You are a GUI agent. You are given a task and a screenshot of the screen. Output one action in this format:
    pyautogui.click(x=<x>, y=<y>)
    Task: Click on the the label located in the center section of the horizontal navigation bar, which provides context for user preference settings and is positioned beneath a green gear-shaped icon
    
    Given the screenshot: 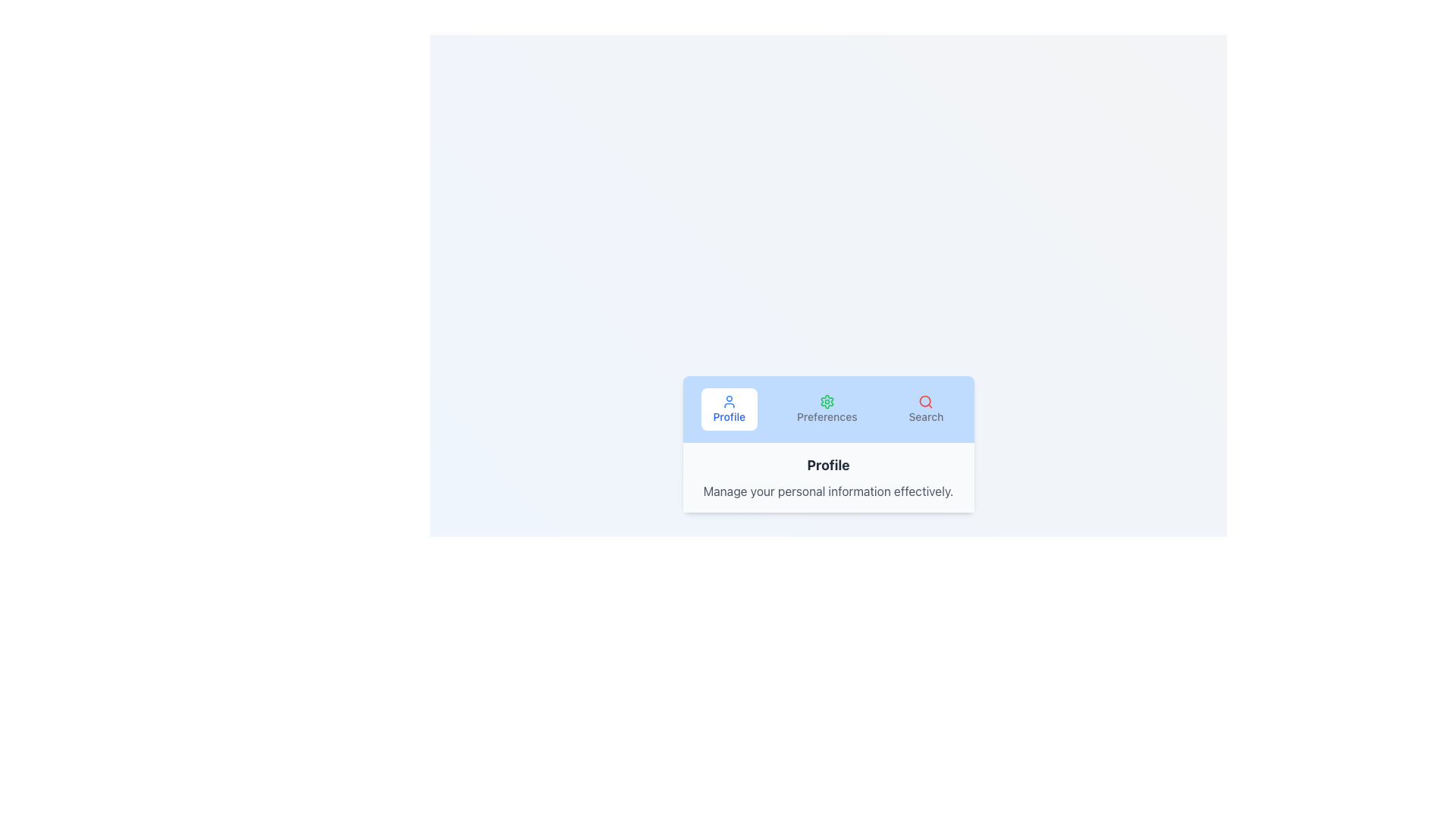 What is the action you would take?
    pyautogui.click(x=826, y=417)
    